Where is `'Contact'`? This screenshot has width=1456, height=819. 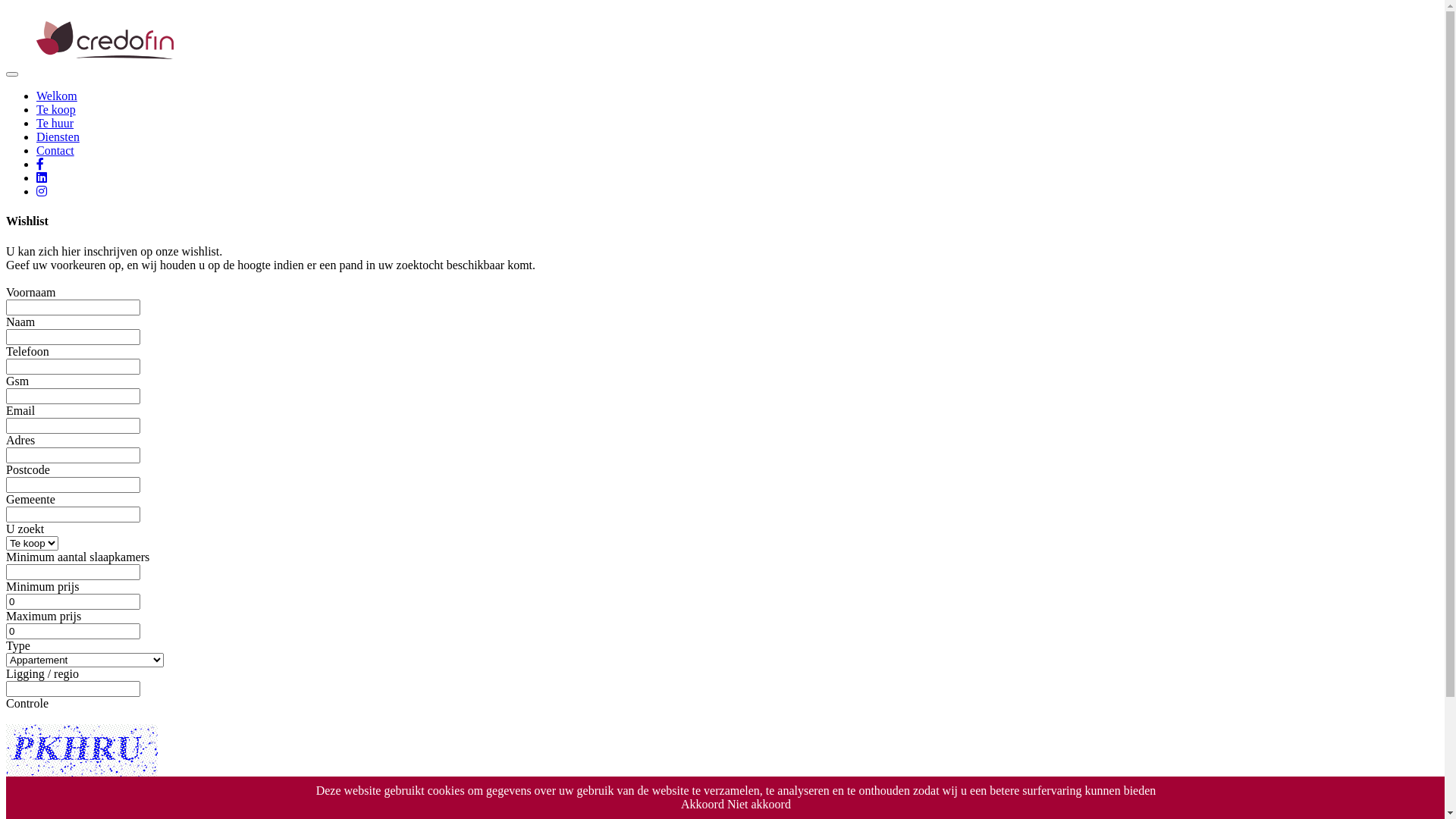 'Contact' is located at coordinates (55, 150).